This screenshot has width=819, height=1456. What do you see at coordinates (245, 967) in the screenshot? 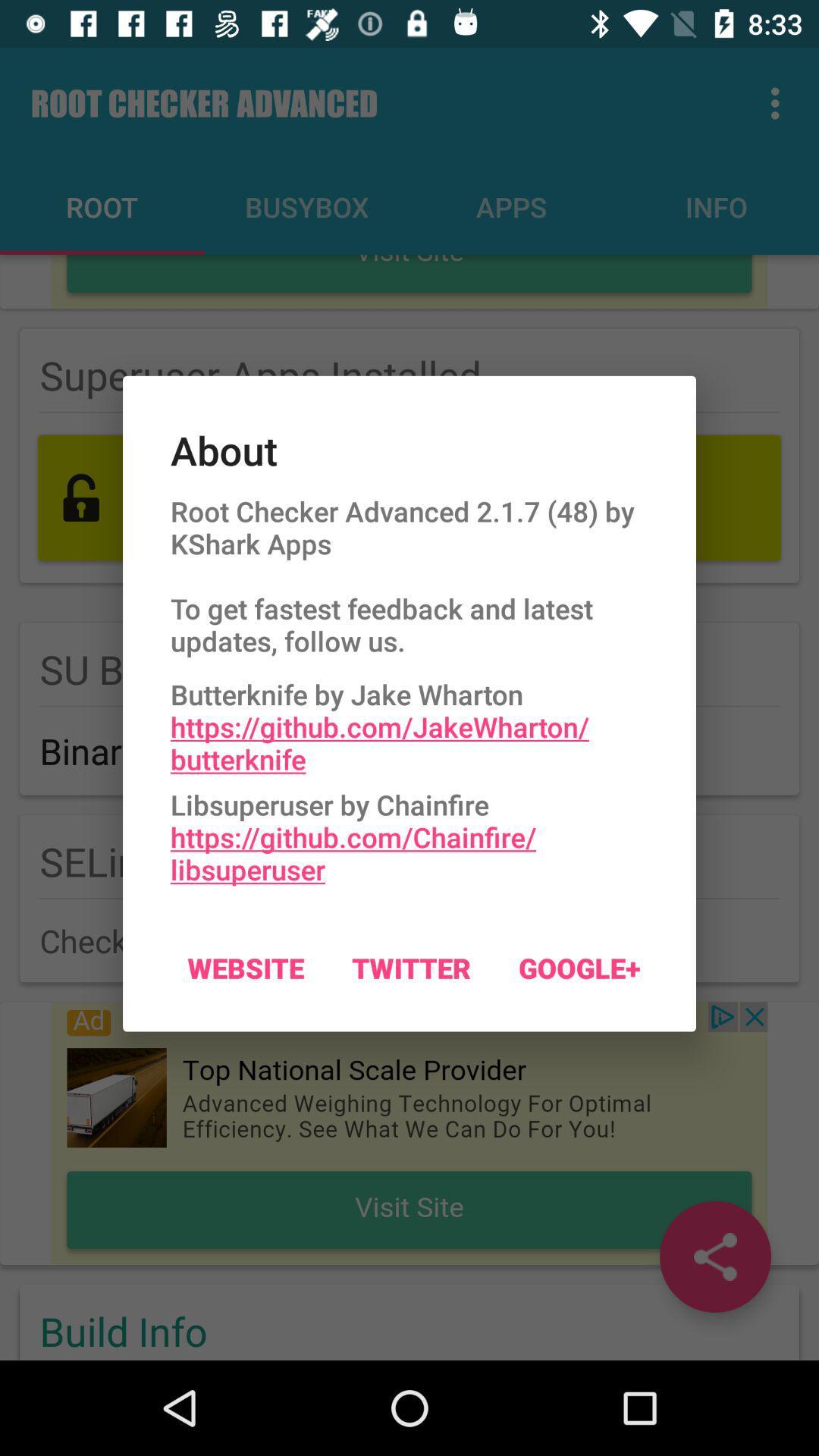
I see `the item below the libsuperuser by chainfire` at bounding box center [245, 967].